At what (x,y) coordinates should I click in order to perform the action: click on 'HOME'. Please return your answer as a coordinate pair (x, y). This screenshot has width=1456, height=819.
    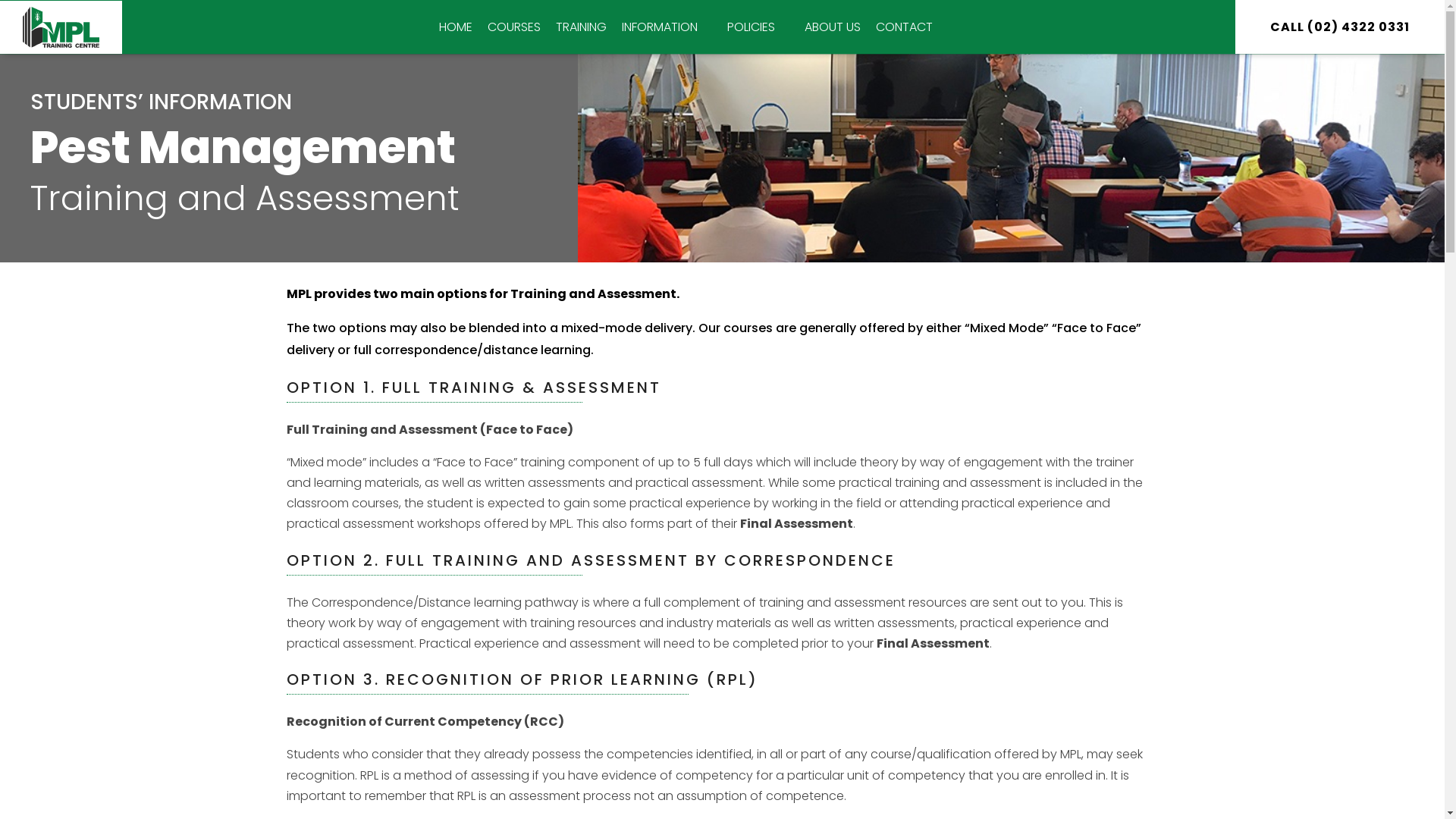
    Looking at the image, I should click on (431, 27).